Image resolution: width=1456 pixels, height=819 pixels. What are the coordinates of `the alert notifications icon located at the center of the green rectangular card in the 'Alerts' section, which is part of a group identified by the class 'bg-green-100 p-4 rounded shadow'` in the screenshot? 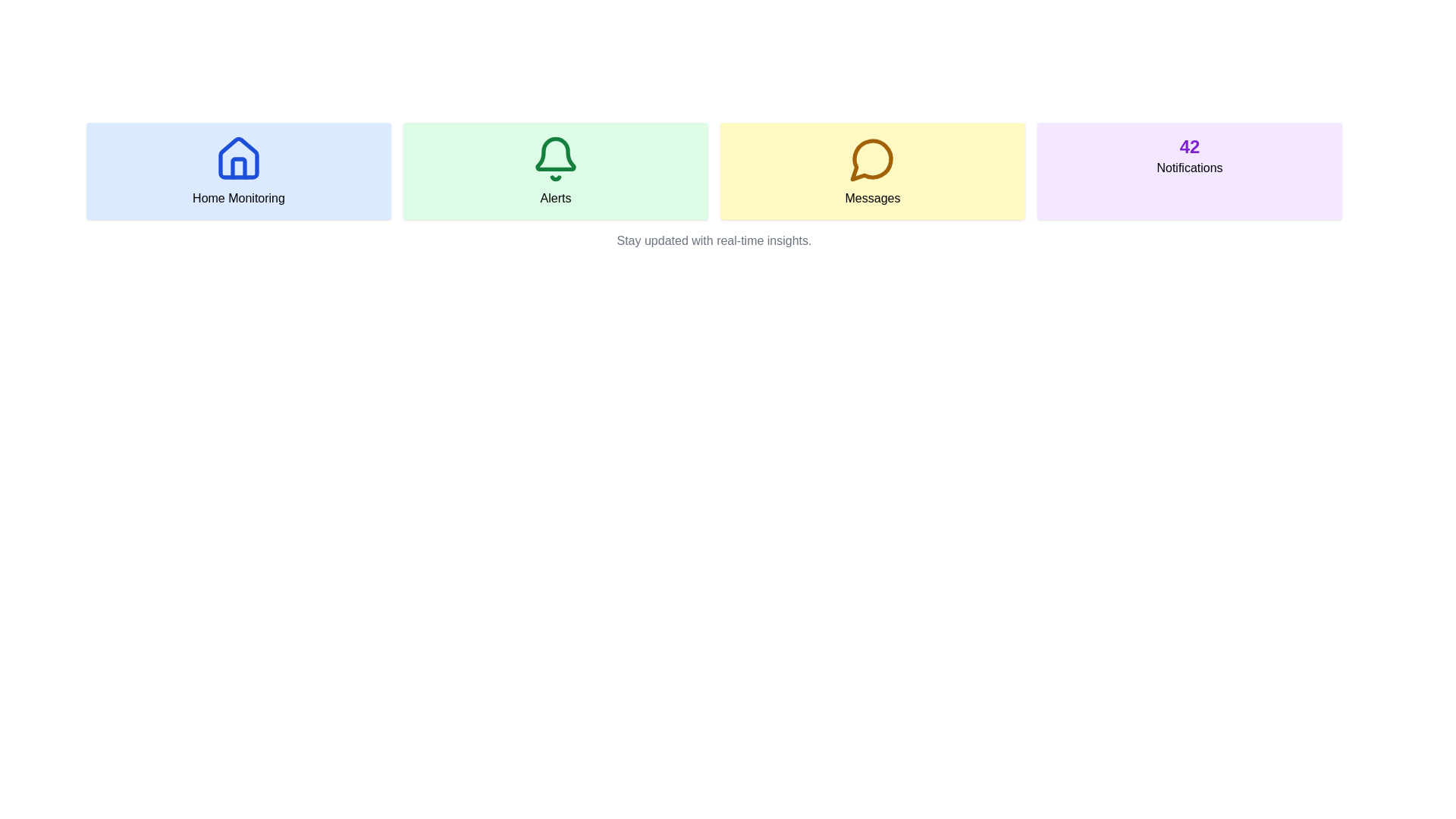 It's located at (555, 158).